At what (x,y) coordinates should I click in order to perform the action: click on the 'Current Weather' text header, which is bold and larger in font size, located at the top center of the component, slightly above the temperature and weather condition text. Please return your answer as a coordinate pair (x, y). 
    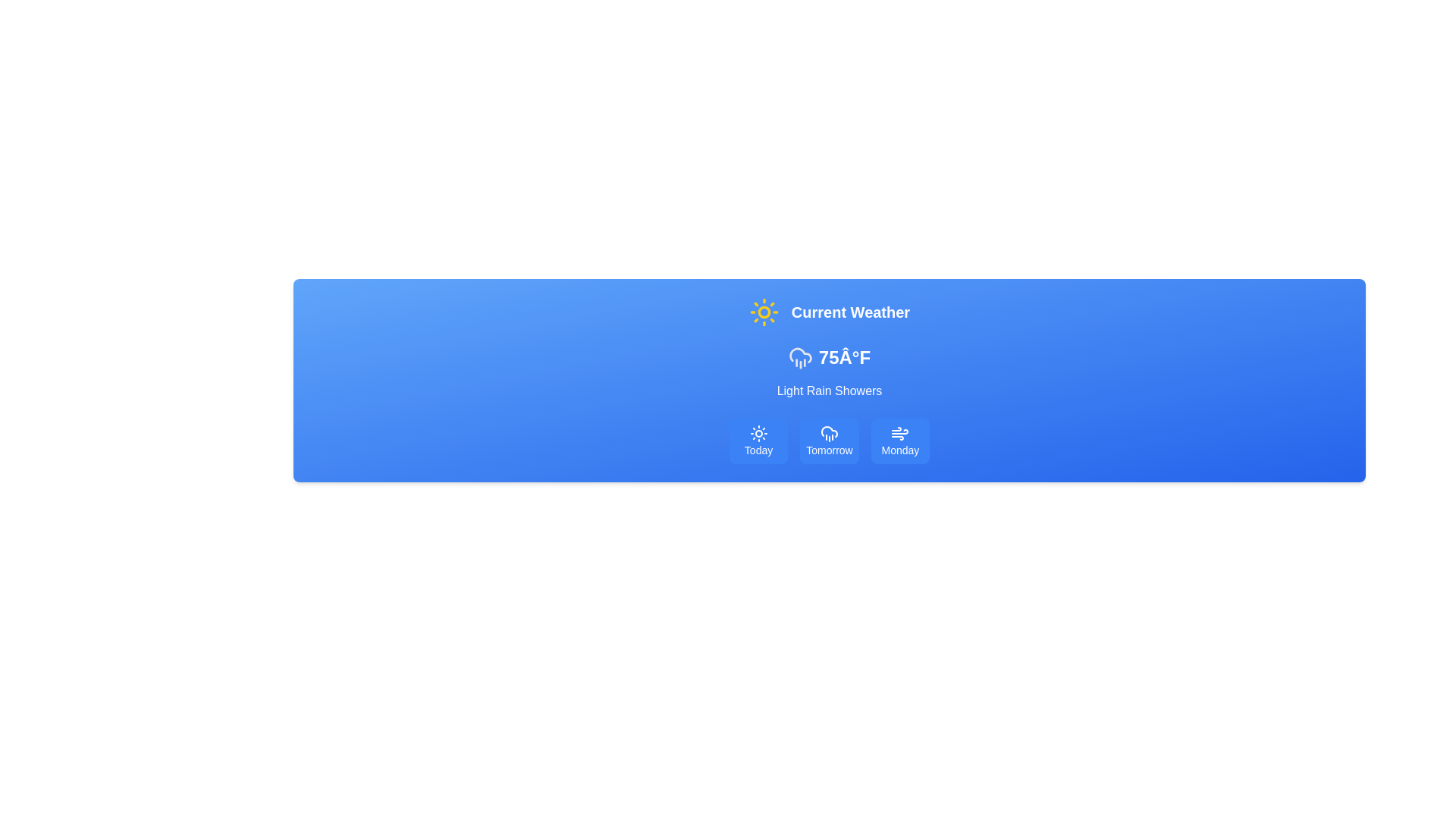
    Looking at the image, I should click on (851, 312).